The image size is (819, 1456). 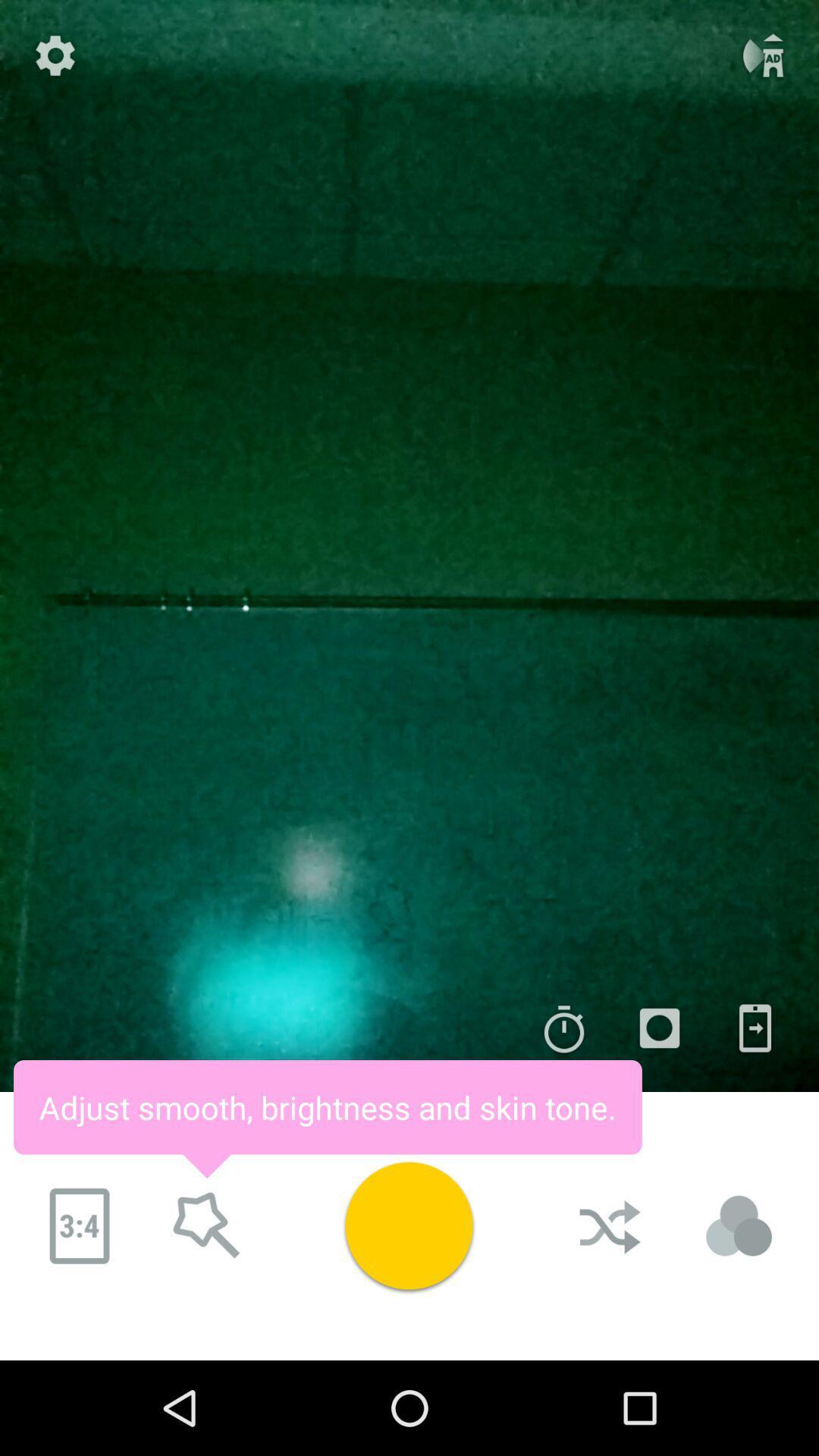 I want to click on the star icon, so click(x=207, y=1226).